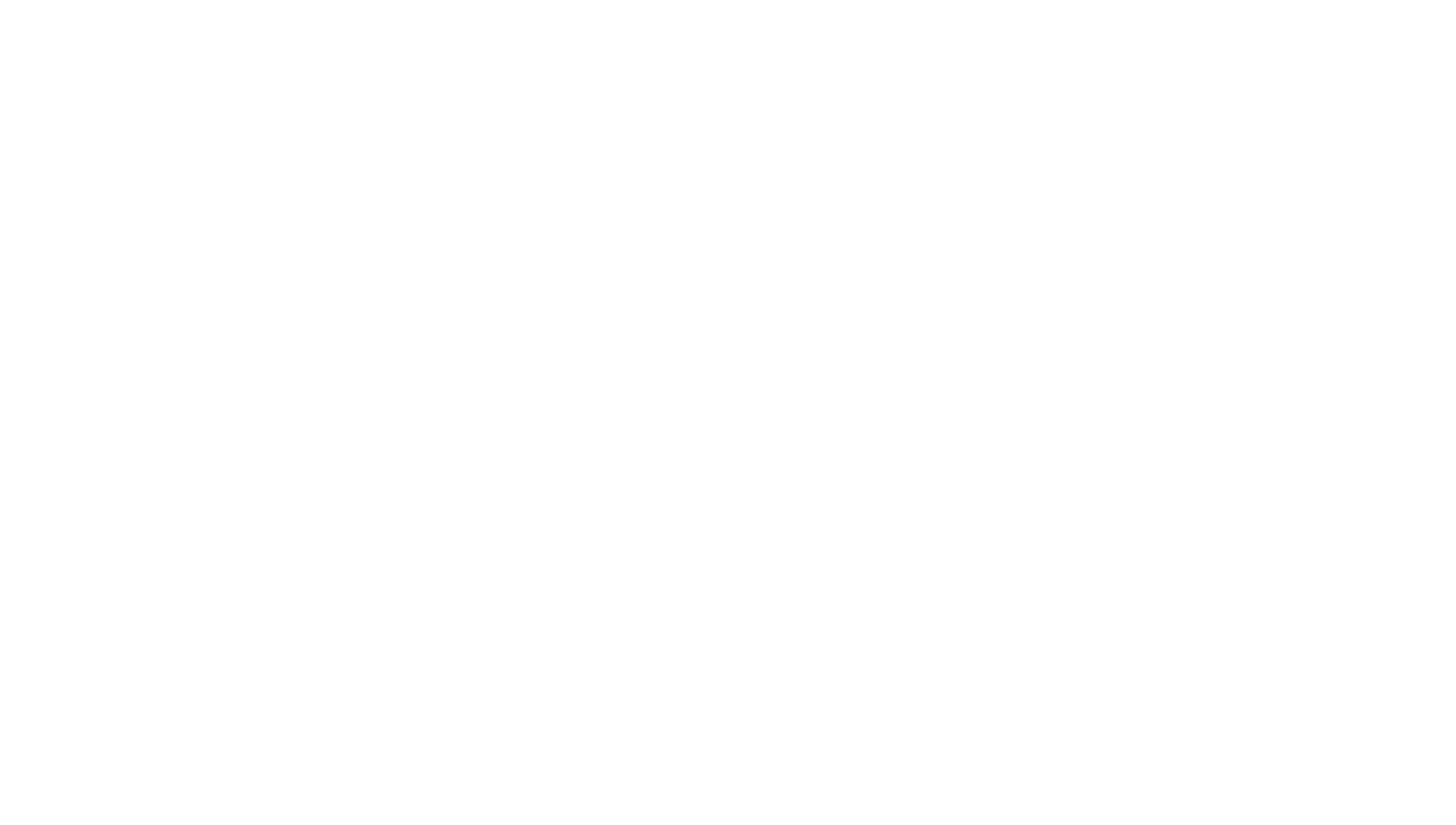  I want to click on 'Audiomovers Binaural Renderer for Apple Music Plug-In Debuts', so click(480, 350).